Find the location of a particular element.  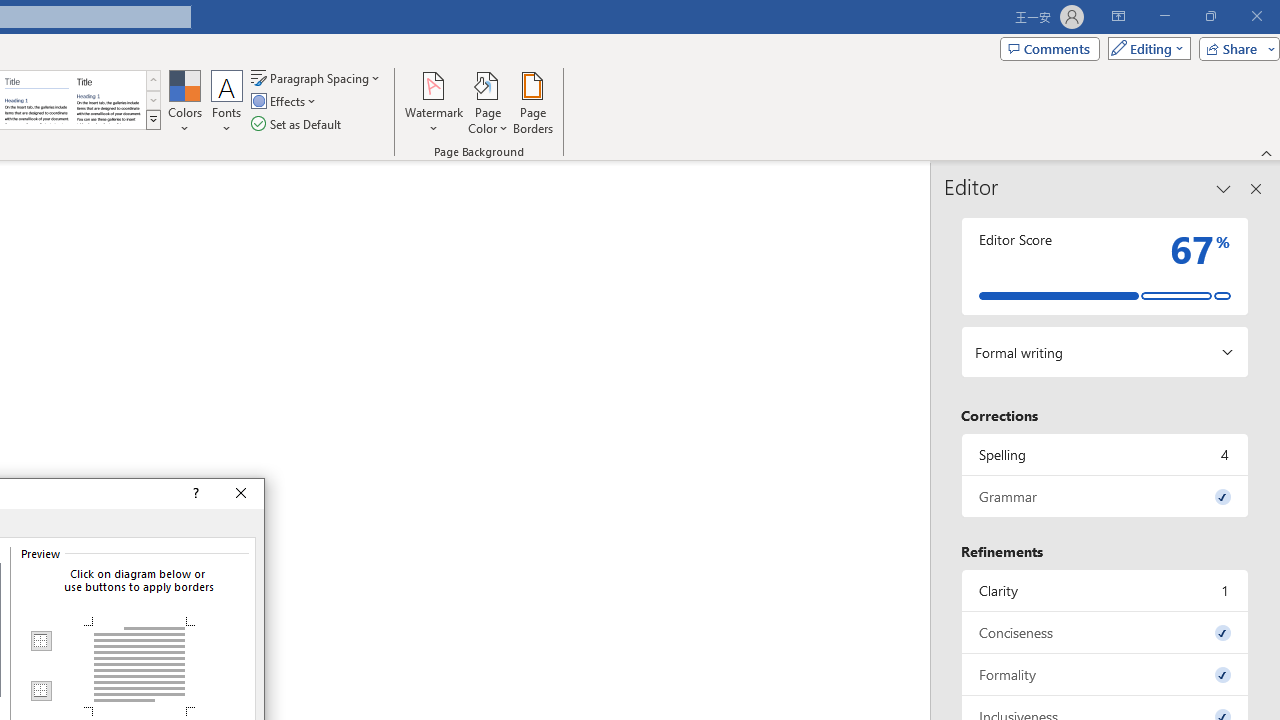

'Top Border' is located at coordinates (40, 641).